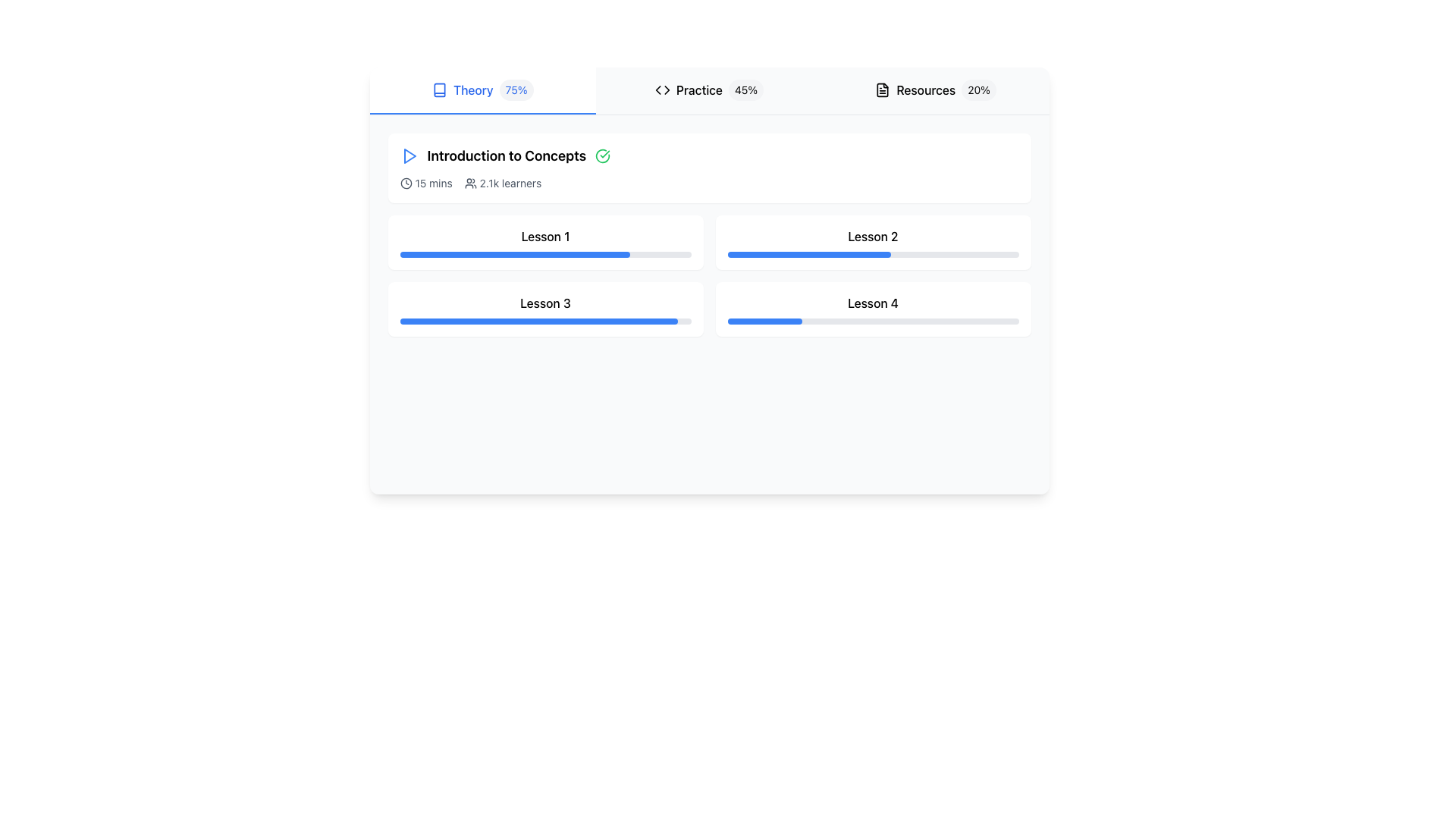  What do you see at coordinates (873, 253) in the screenshot?
I see `the progress bar representing the completion of 'Lesson 2', located below the text 'Lesson 2' in the second card of a grid layout` at bounding box center [873, 253].